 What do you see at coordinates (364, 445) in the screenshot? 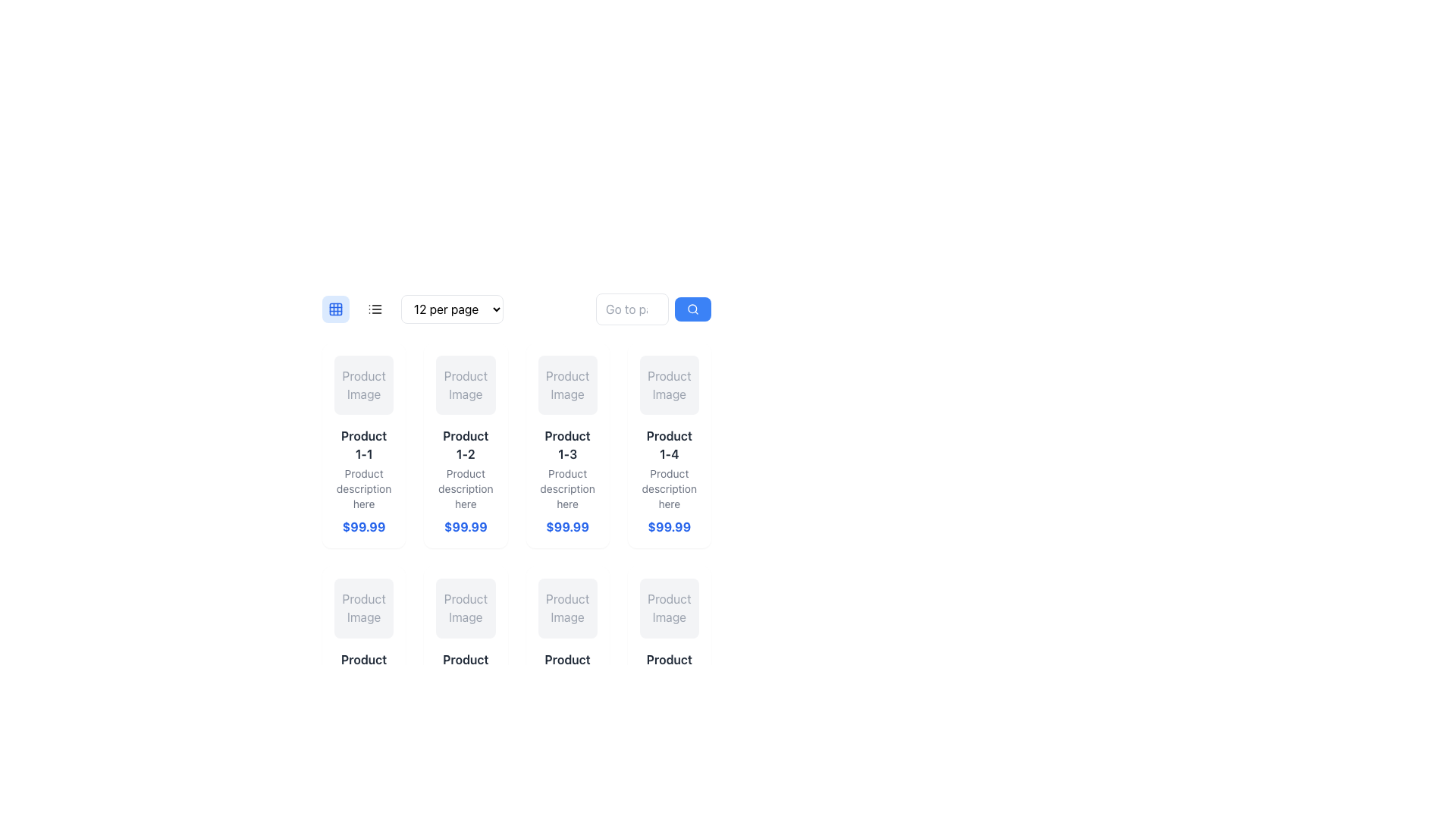
I see `the first product display card in the grid layout, which includes an image, title, description, and price` at bounding box center [364, 445].